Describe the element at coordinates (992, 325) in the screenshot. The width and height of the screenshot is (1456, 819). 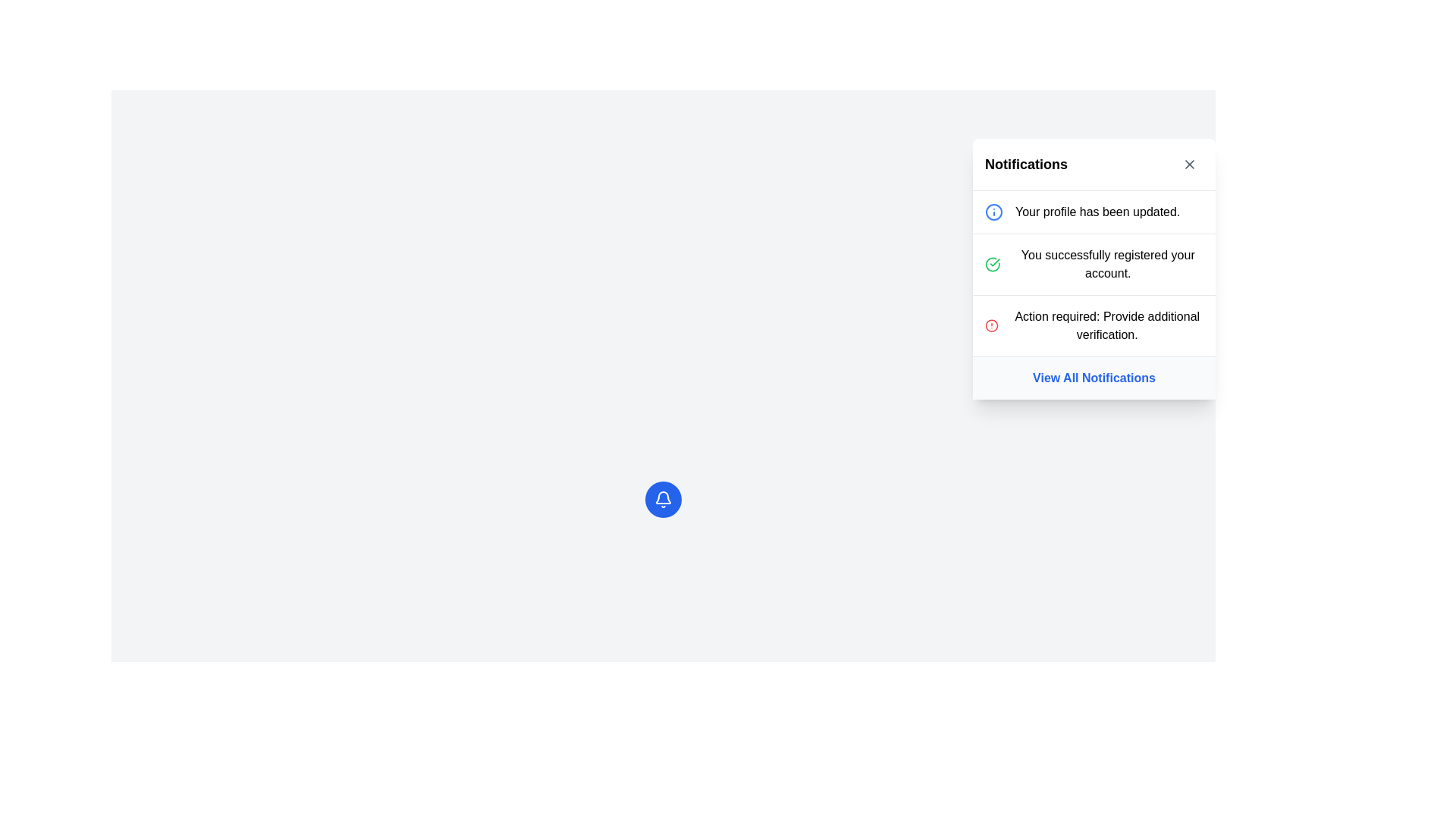
I see `the alert icon located in the notification dropdown panel to the left of the text 'Action required: Provide additional verification.'` at that location.